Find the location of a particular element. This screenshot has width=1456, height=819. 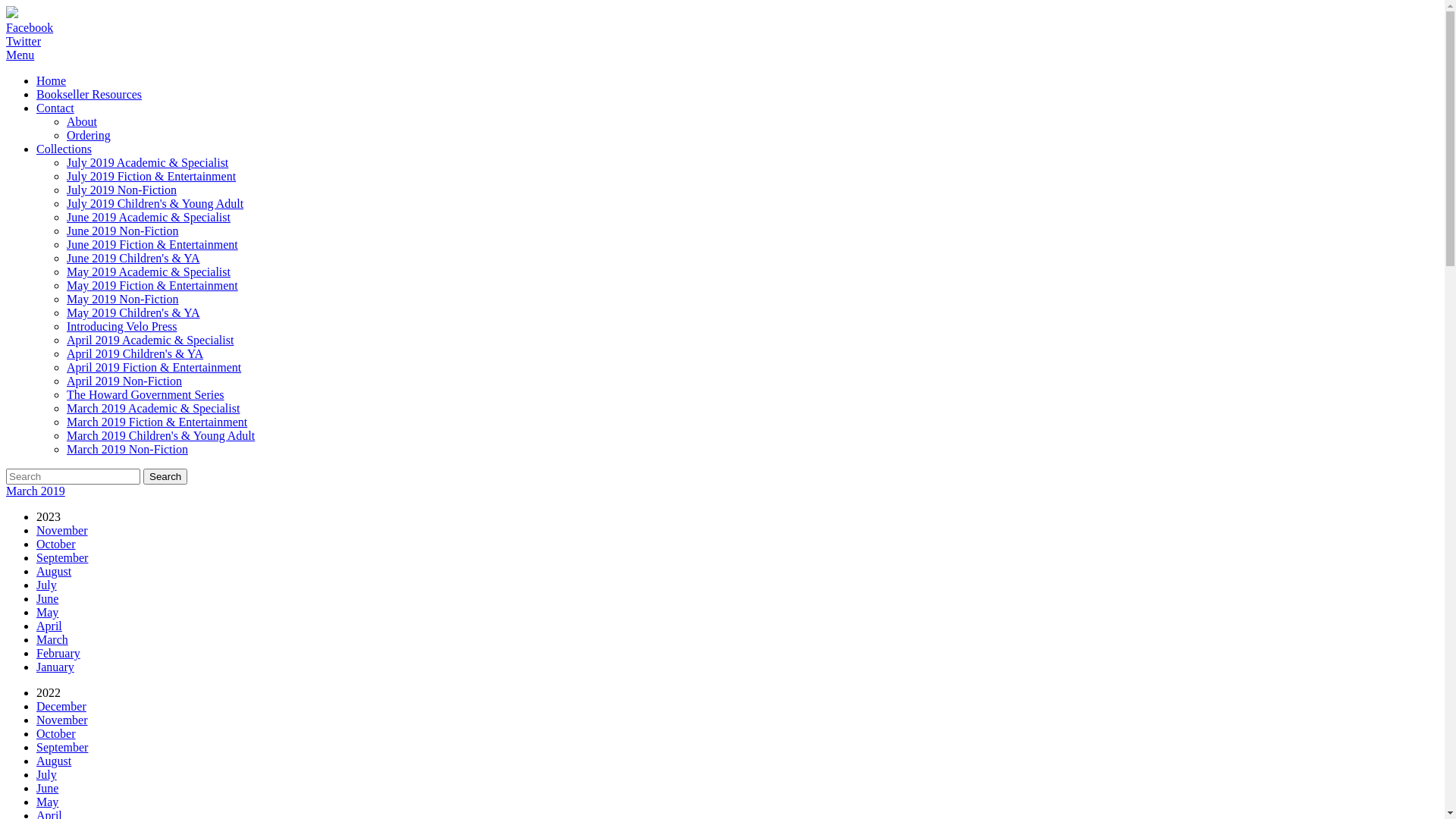

'April 2019 Children's & YA' is located at coordinates (65, 353).